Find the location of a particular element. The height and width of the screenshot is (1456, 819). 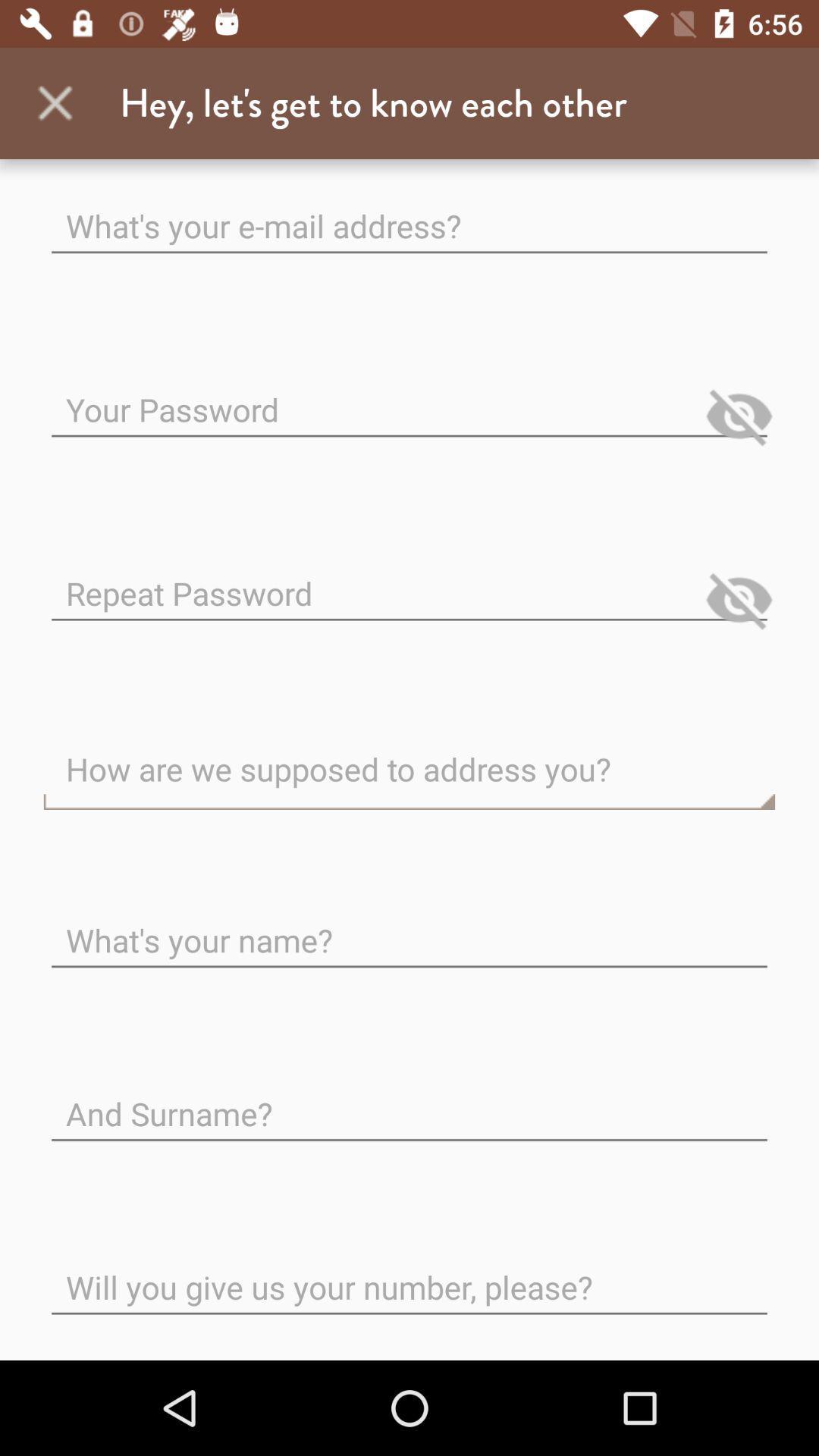

your name is located at coordinates (409, 927).